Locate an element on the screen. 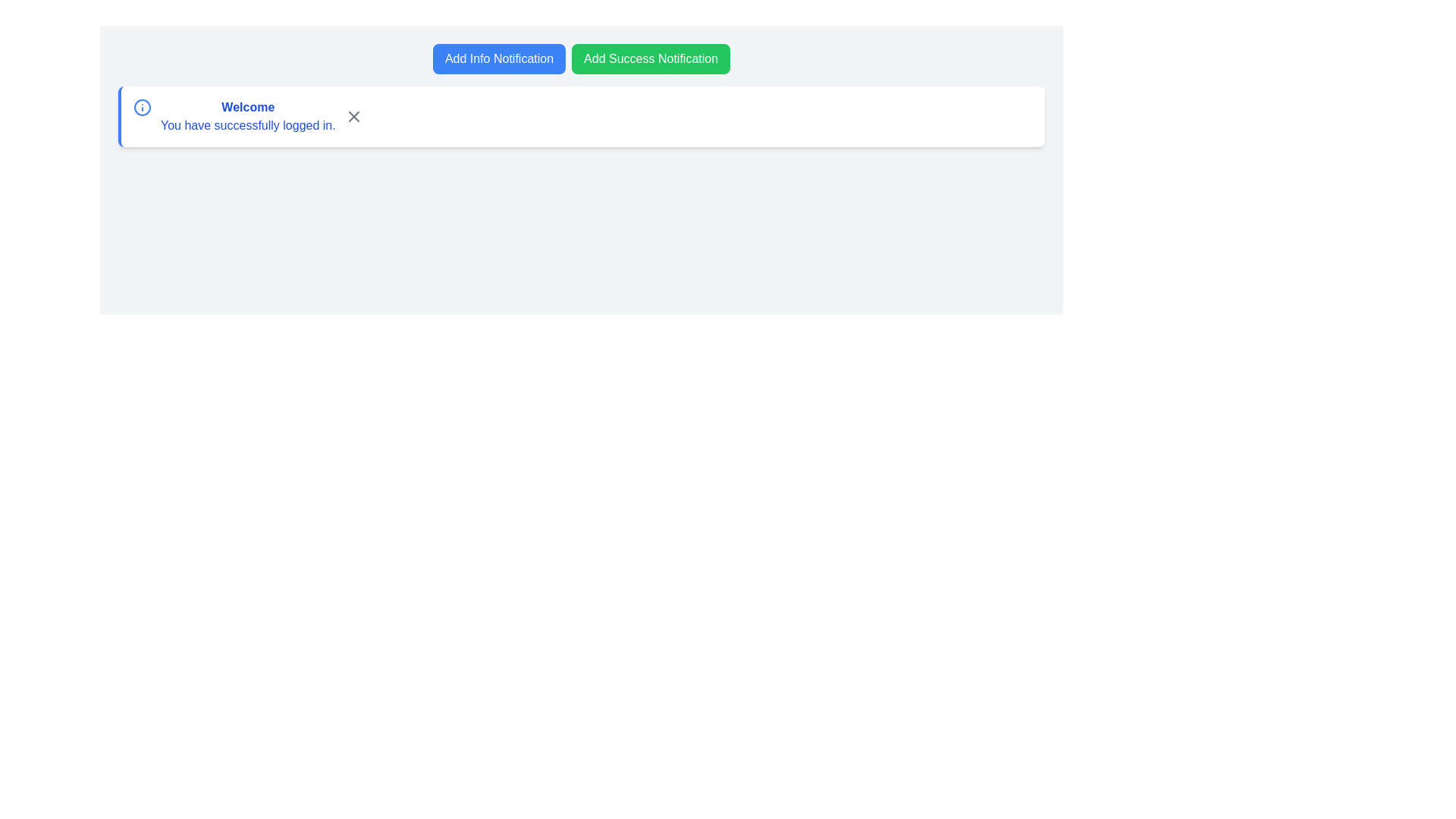 This screenshot has width=1456, height=819. the circular informational icon with the letter 'i', styled in blue, located to the left of the 'Welcome' text on a white background is located at coordinates (142, 107).